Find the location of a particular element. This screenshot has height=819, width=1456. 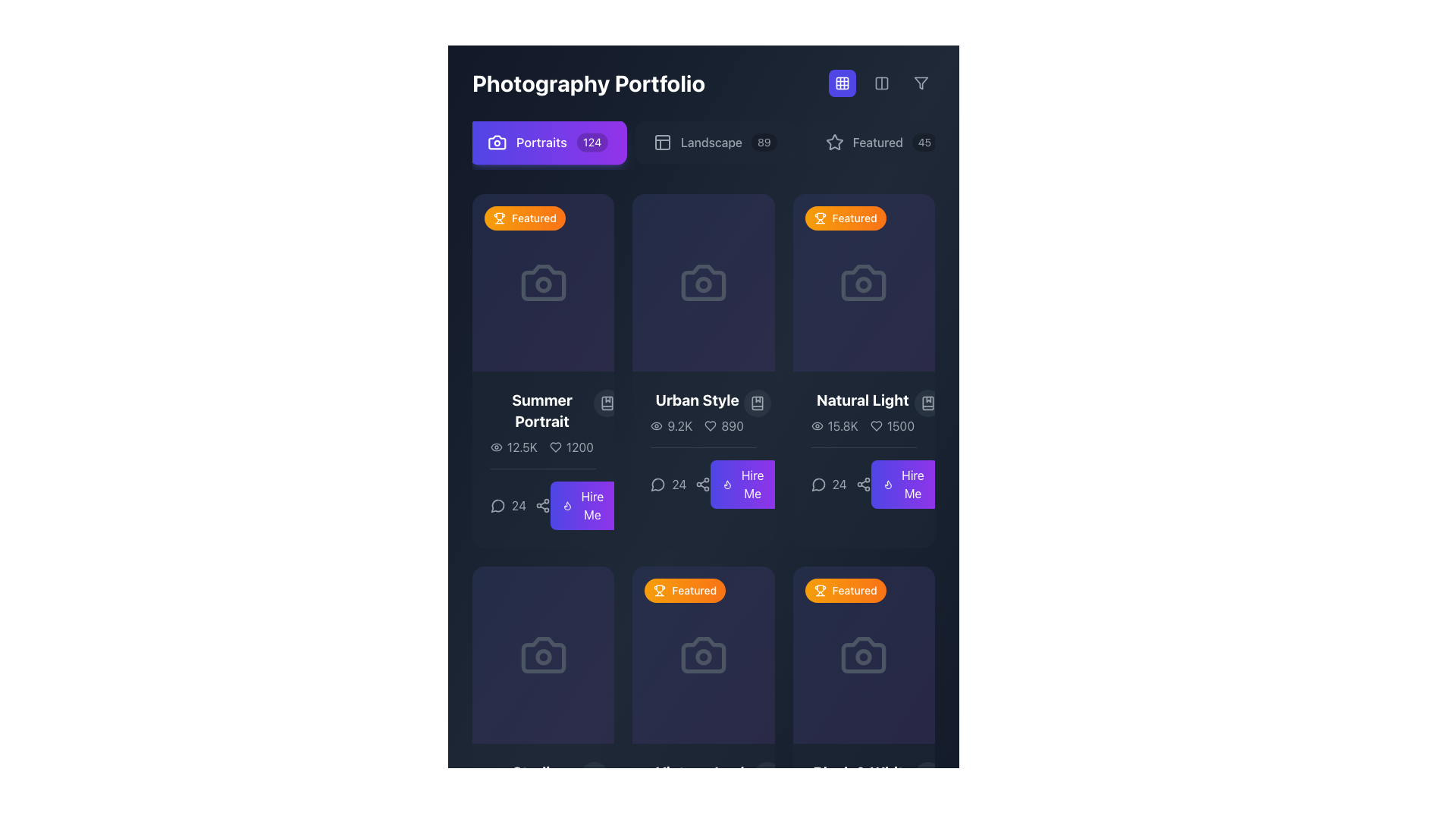

number displayed on the label or badge located to the right of the 'Portraits' button in the toolbar is located at coordinates (591, 143).